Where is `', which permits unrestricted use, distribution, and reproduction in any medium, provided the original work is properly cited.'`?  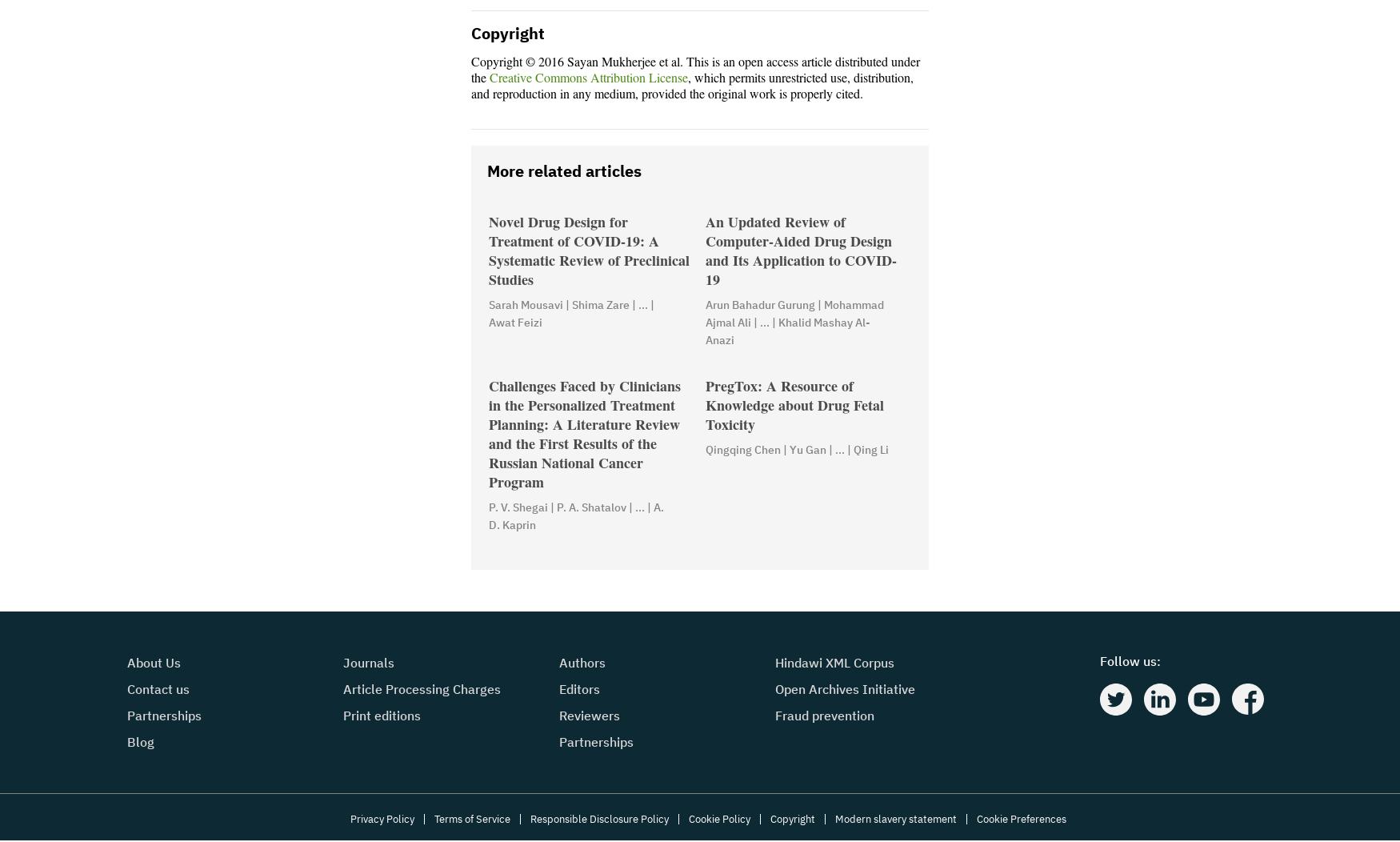 ', which permits unrestricted use, distribution, and reproduction in any medium, provided the original work is properly cited.' is located at coordinates (692, 88).